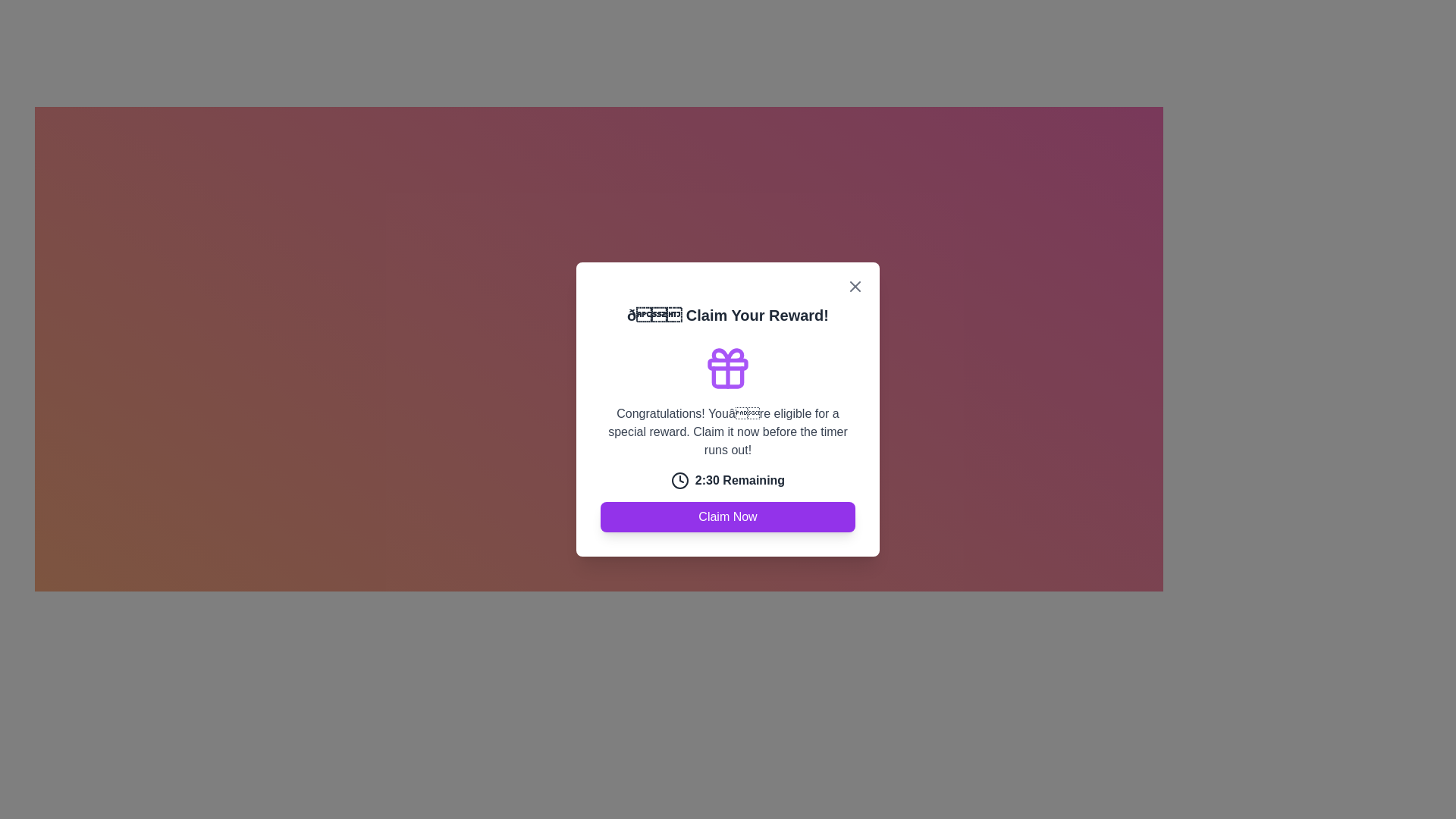  Describe the element at coordinates (679, 480) in the screenshot. I see `the SVG circle graphic that forms the outermost component of the clock icon, located above the countdown timer` at that location.